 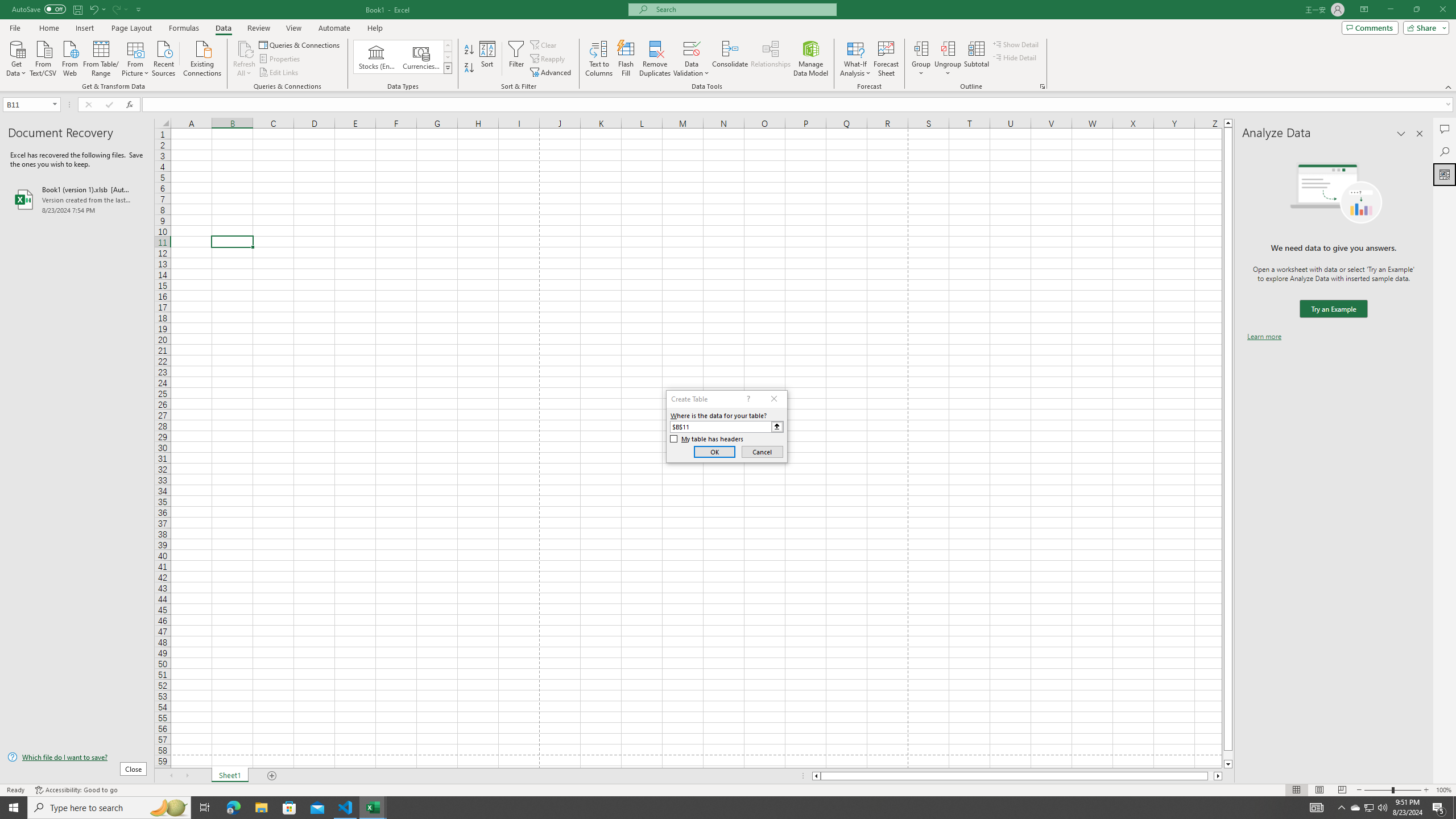 What do you see at coordinates (258, 28) in the screenshot?
I see `'Review'` at bounding box center [258, 28].